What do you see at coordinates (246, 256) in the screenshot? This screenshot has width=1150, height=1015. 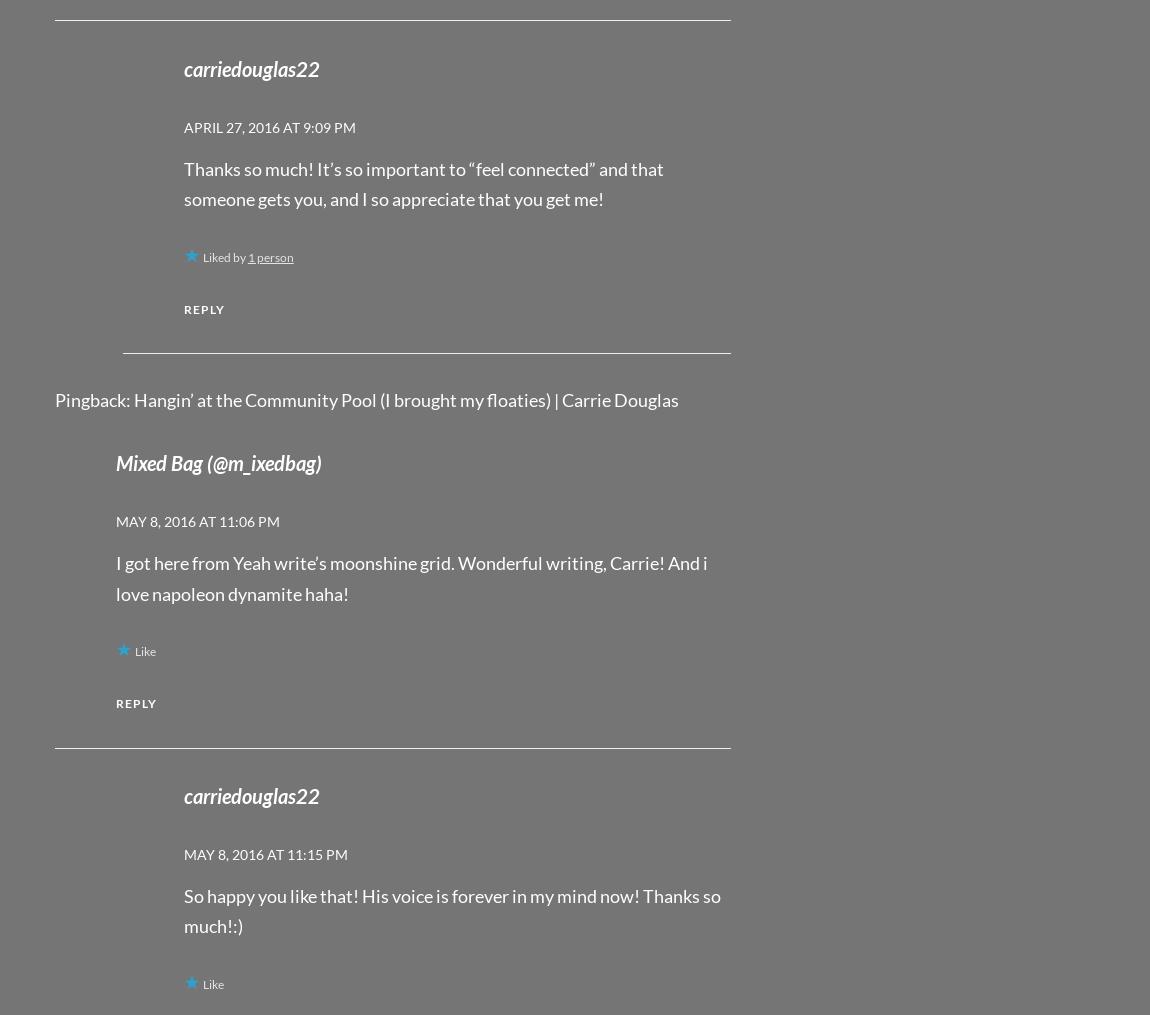 I see `'1 person'` at bounding box center [246, 256].